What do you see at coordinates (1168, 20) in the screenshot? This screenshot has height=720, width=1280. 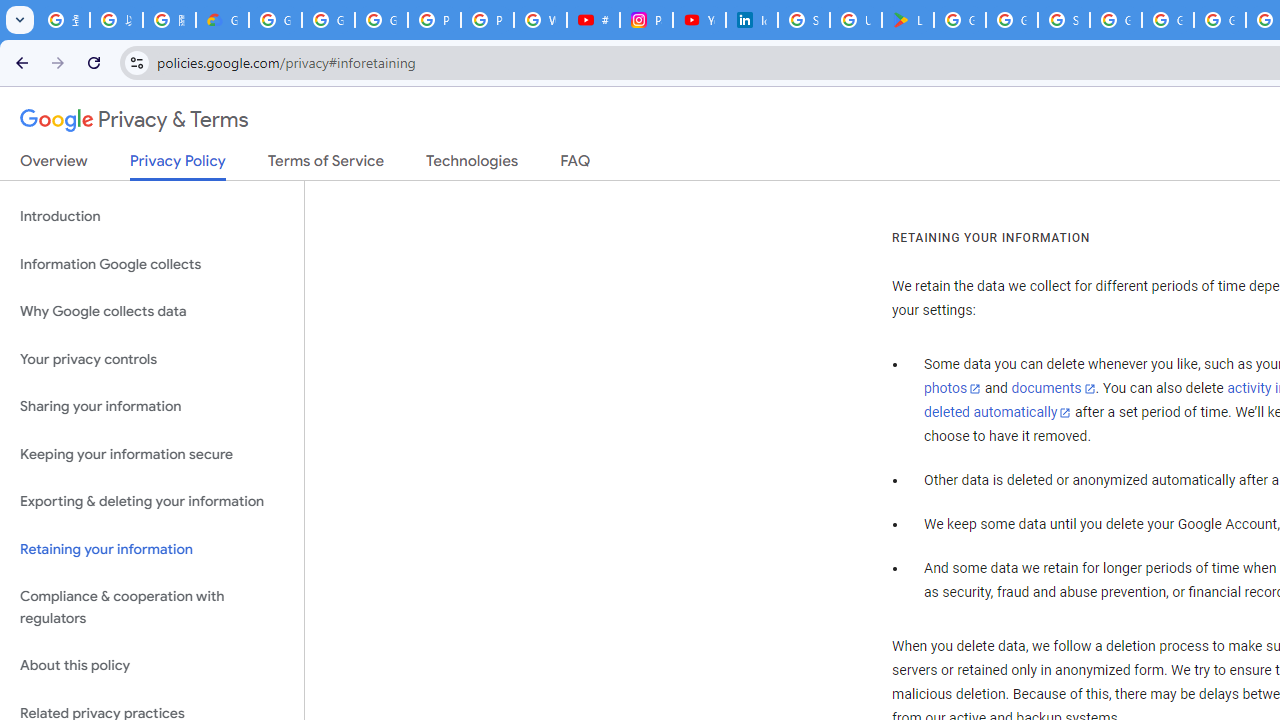 I see `'Google Cloud Platform'` at bounding box center [1168, 20].